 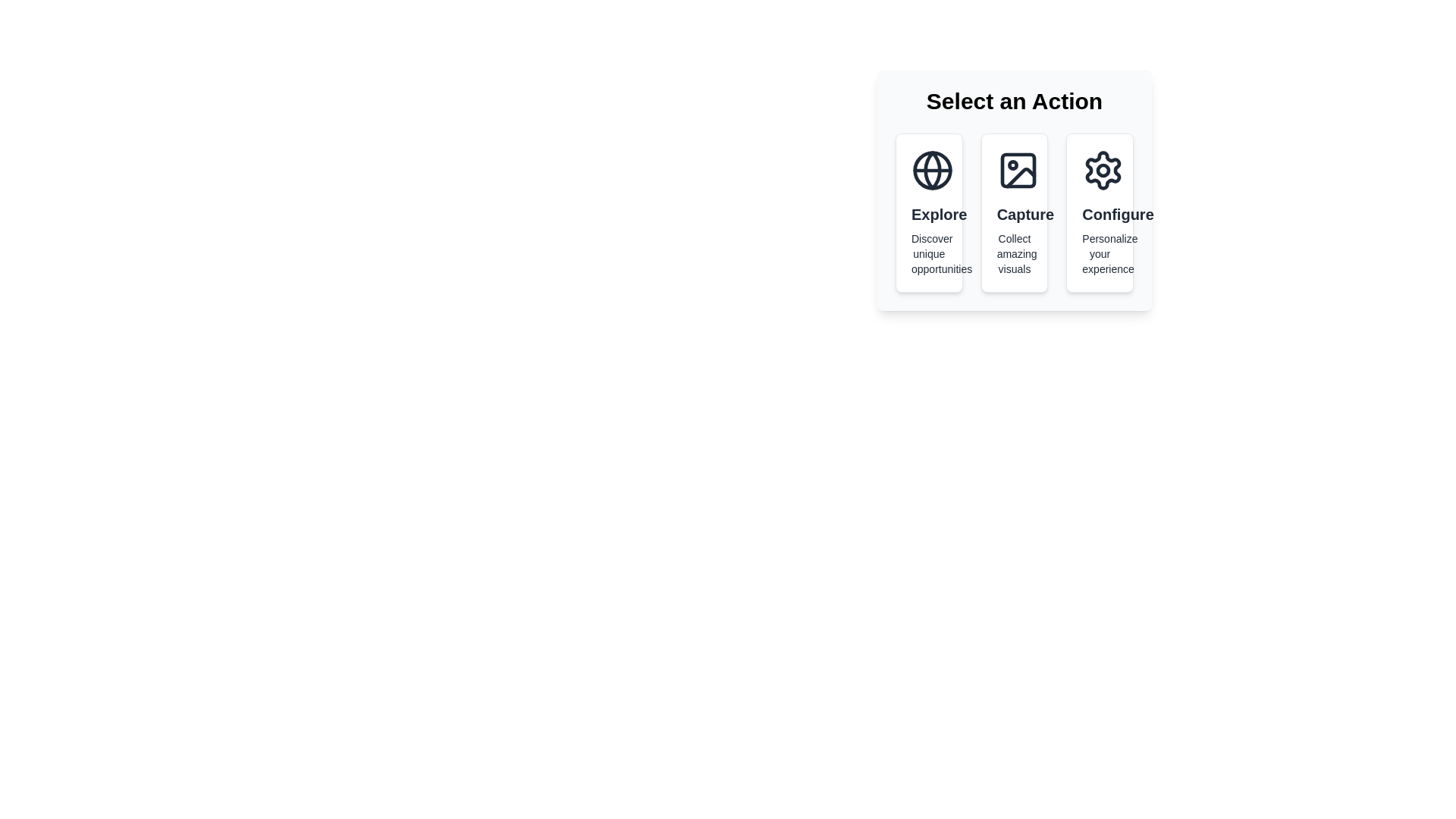 What do you see at coordinates (928, 214) in the screenshot?
I see `the bold 'Explore' text label located in the upper portion of the leftmost card under 'Select an Action', which is styled with a larger font and dark color on a light background` at bounding box center [928, 214].